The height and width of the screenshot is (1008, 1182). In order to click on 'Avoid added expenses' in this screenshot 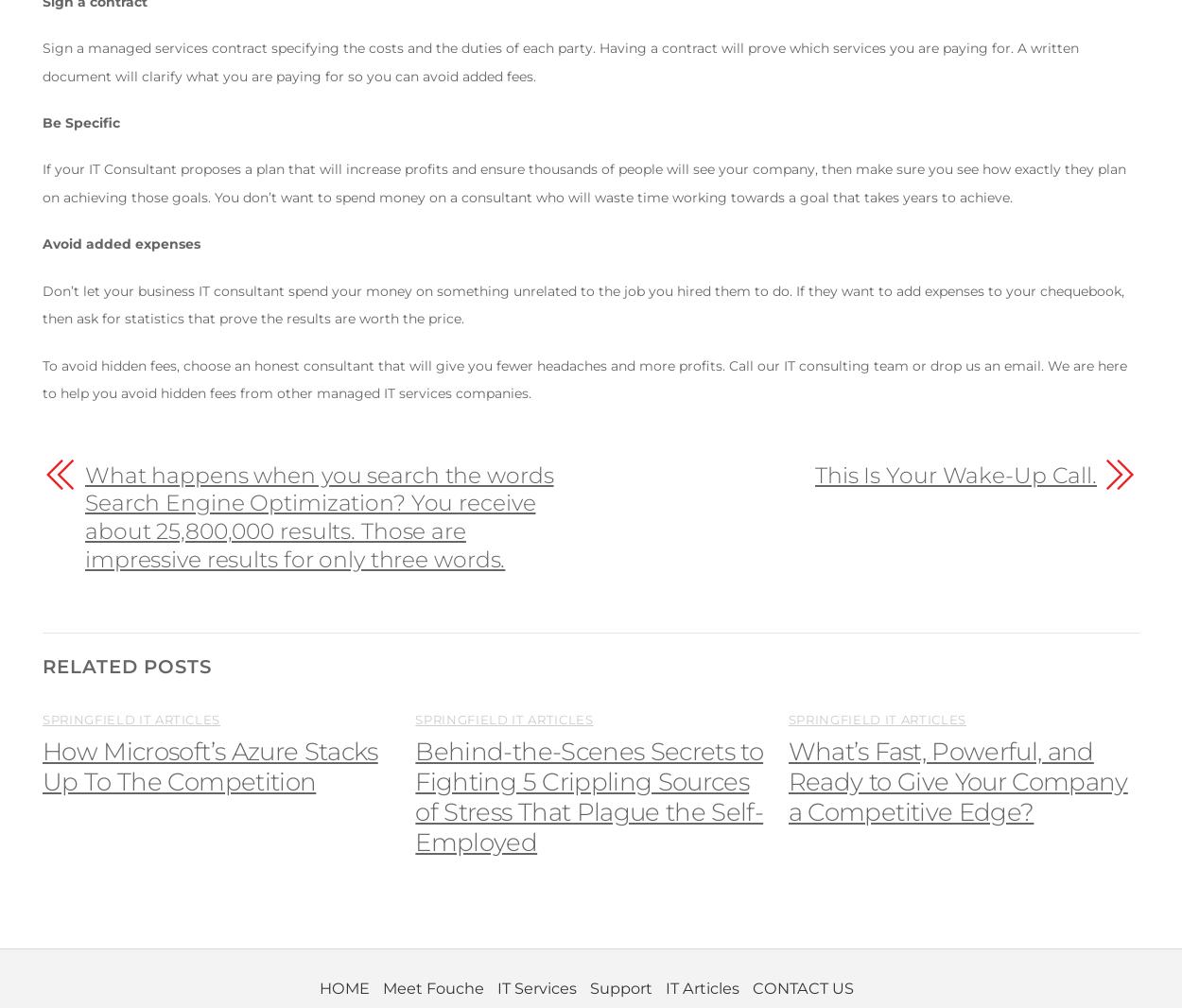, I will do `click(121, 242)`.